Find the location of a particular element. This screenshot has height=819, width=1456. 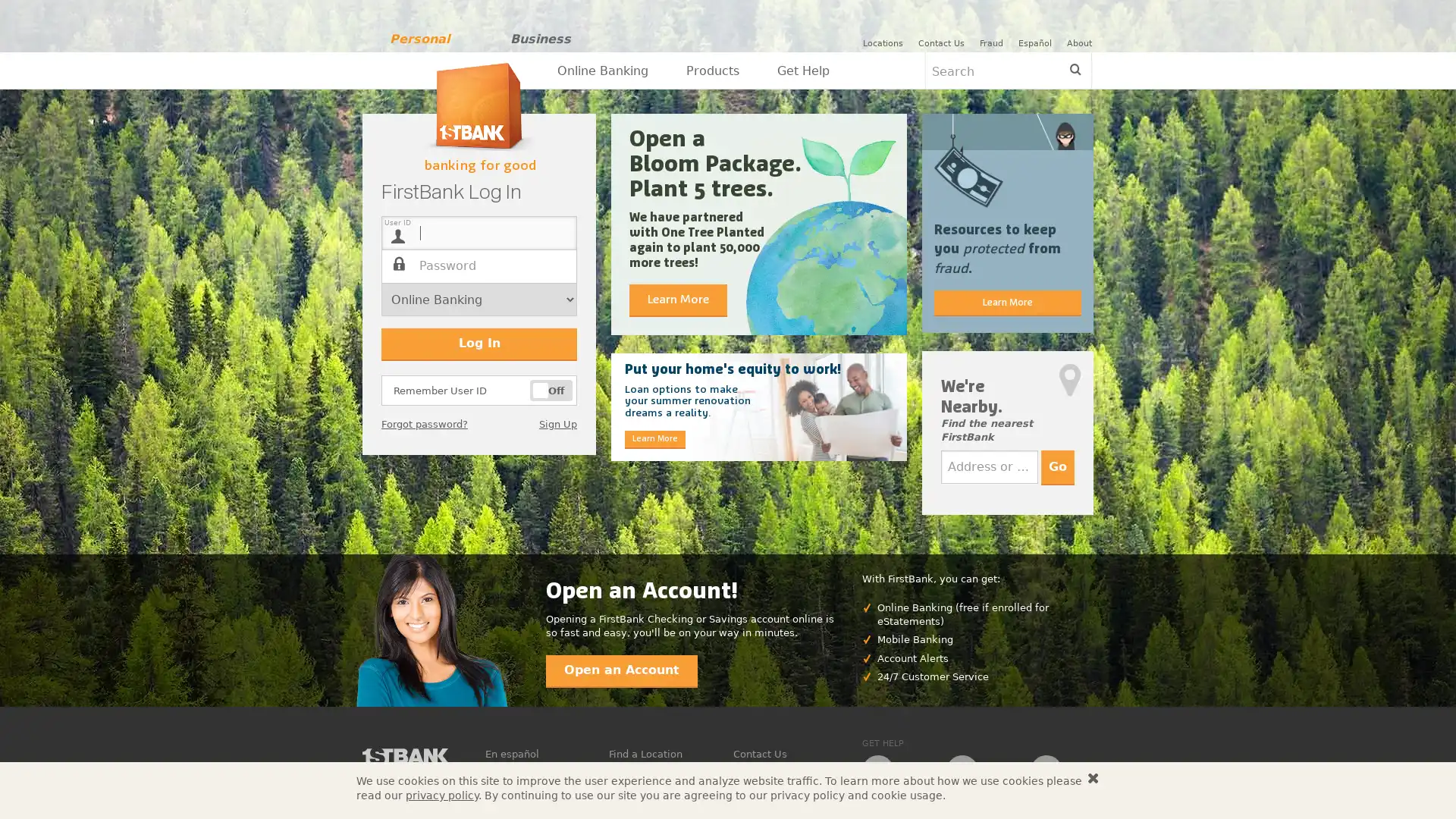

Log Out is located at coordinates (1116, 42).